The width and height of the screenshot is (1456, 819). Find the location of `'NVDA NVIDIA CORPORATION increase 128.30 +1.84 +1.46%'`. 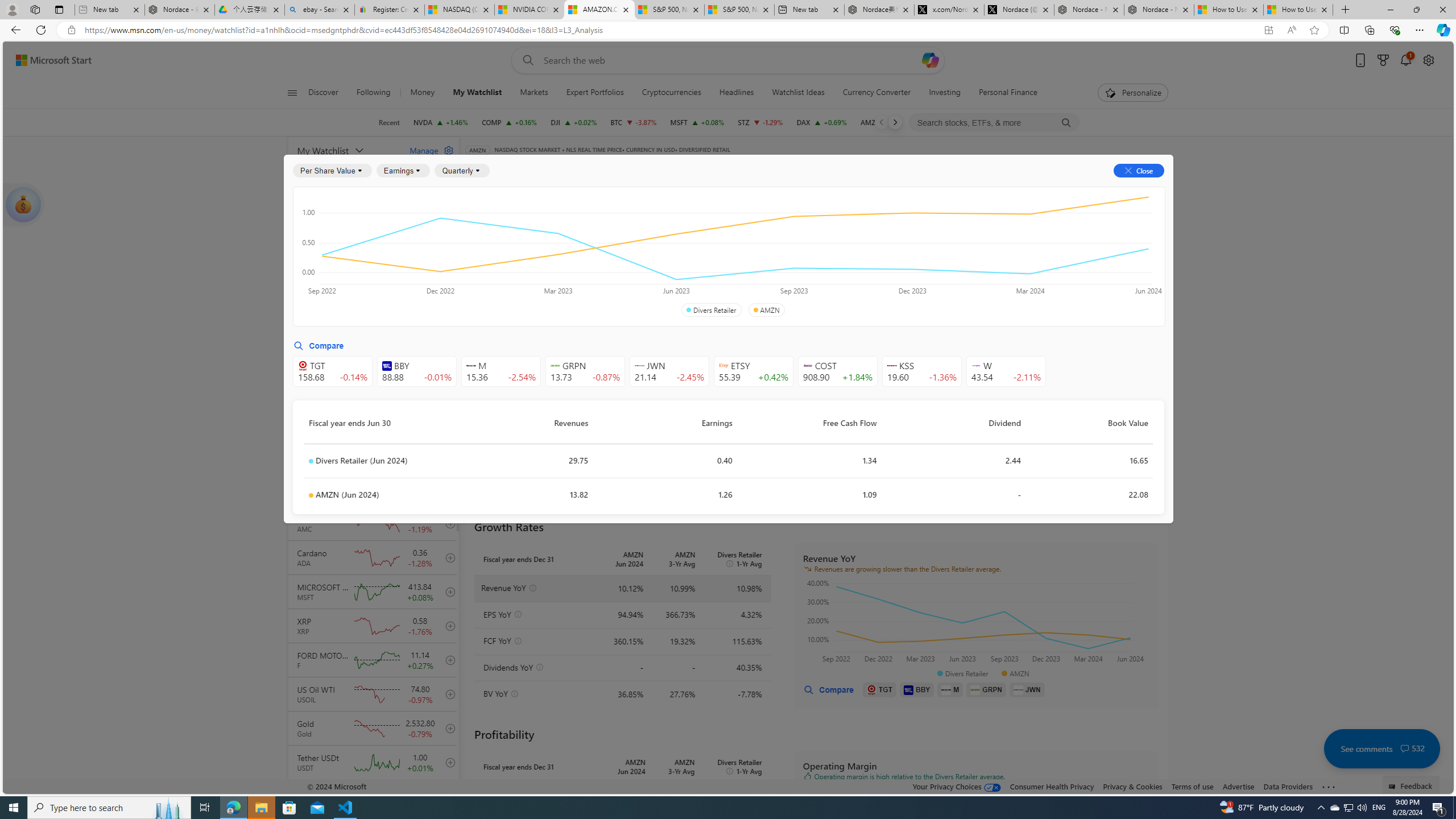

'NVDA NVIDIA CORPORATION increase 128.30 +1.84 +1.46%' is located at coordinates (440, 122).